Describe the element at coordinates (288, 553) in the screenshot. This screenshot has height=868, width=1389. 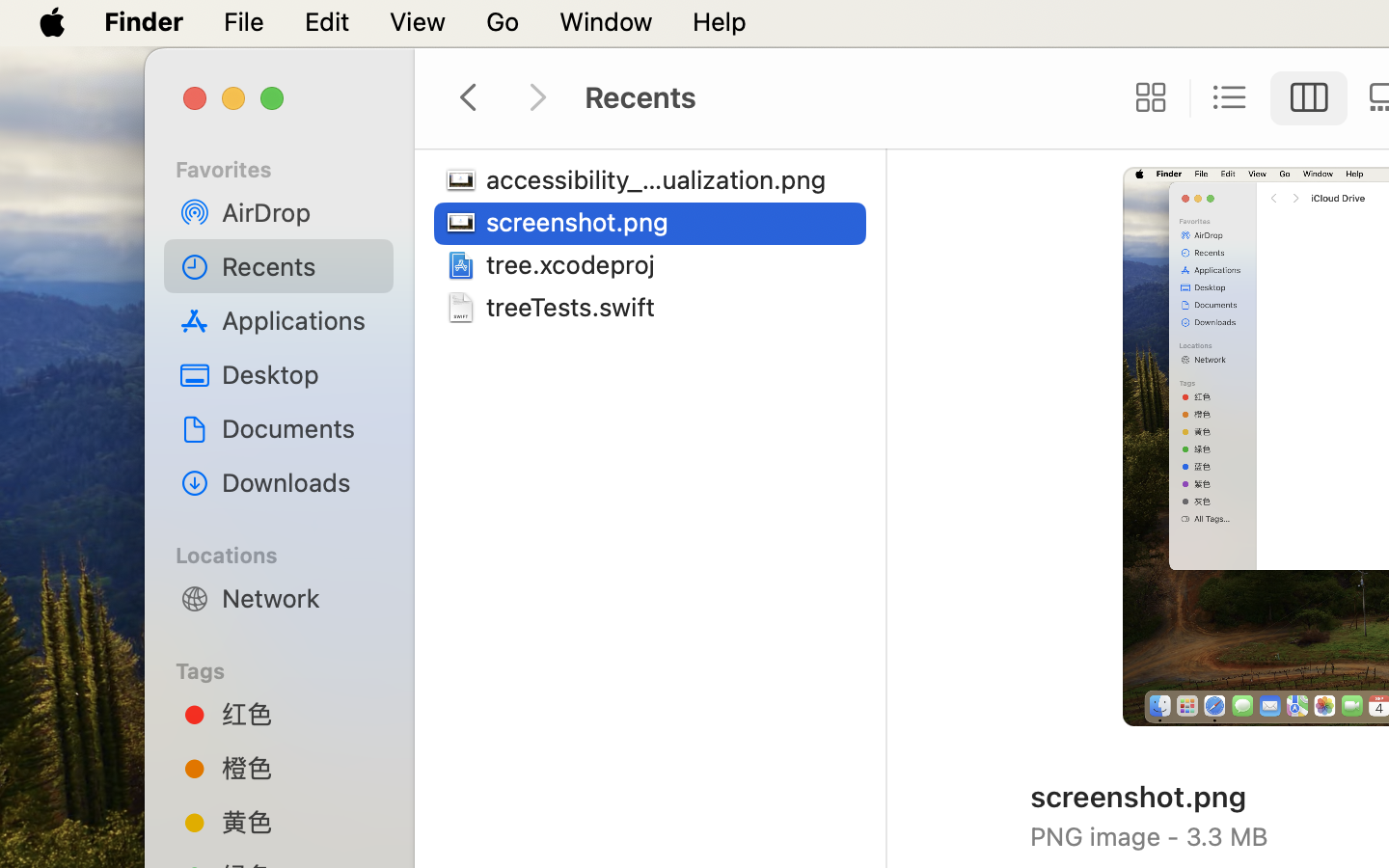
I see `'Locations'` at that location.